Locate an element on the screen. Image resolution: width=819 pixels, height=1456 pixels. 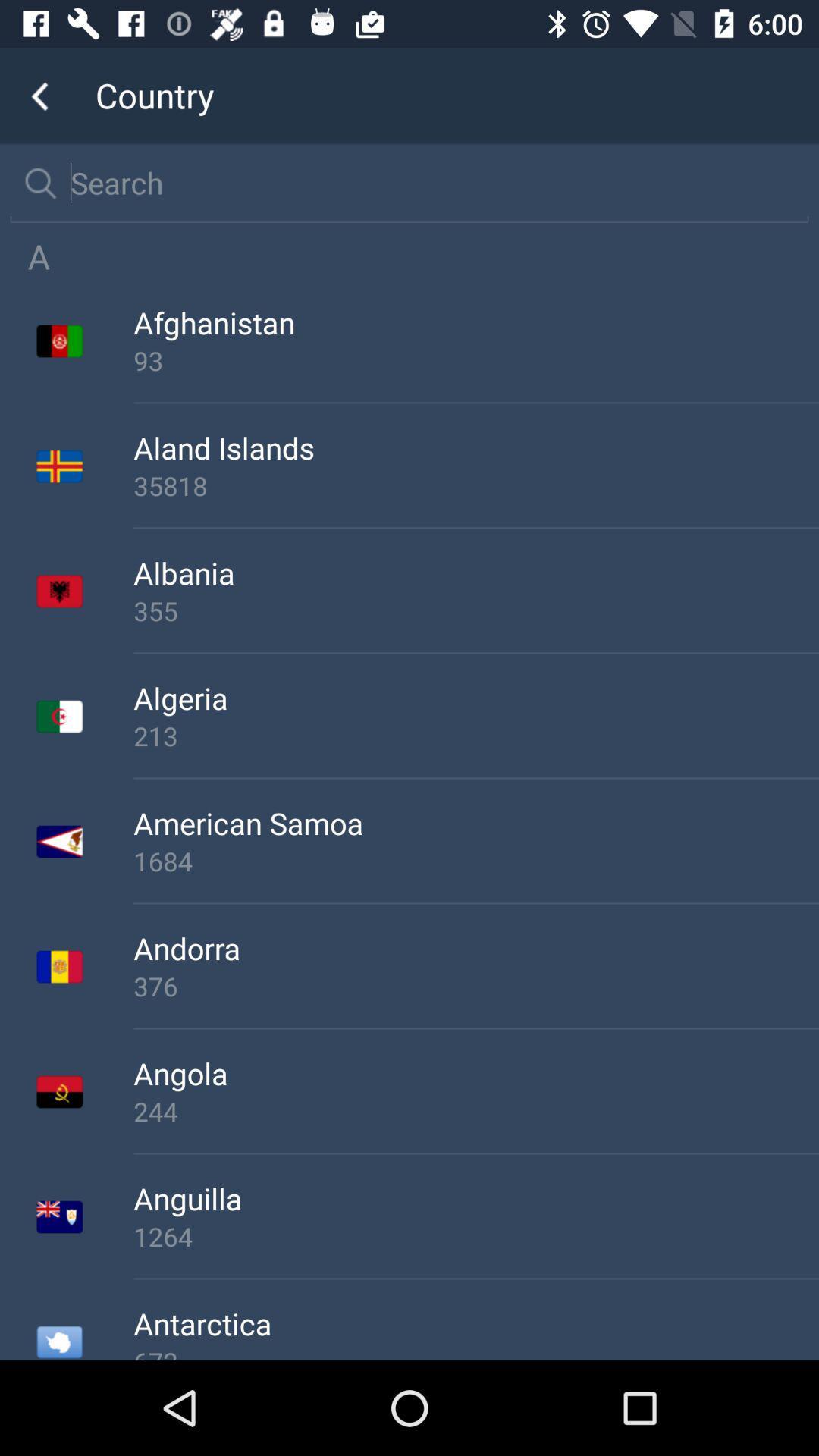
244 icon is located at coordinates (475, 1111).